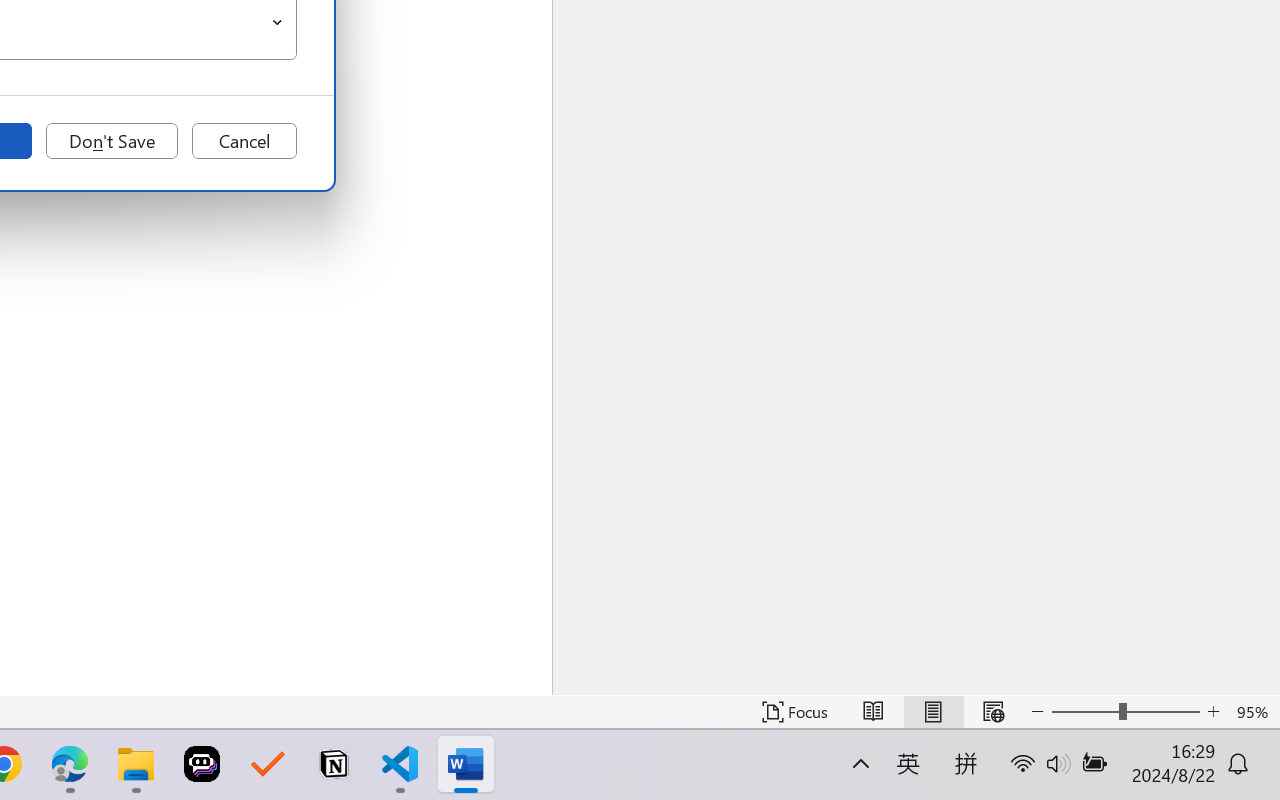 This screenshot has height=800, width=1280. Describe the element at coordinates (1252, 711) in the screenshot. I see `'Zoom 95%'` at that location.